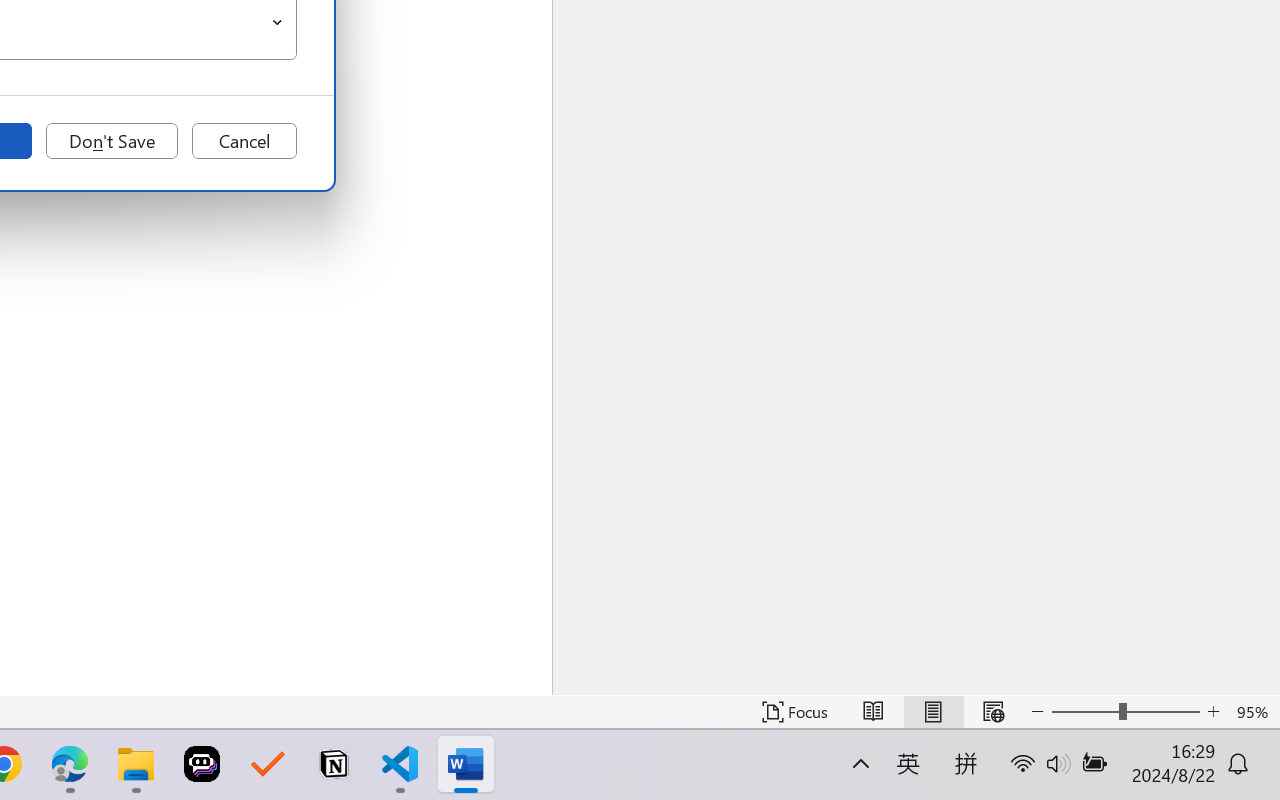 This screenshot has height=800, width=1280. Describe the element at coordinates (1252, 711) in the screenshot. I see `'Zoom 95%'` at that location.